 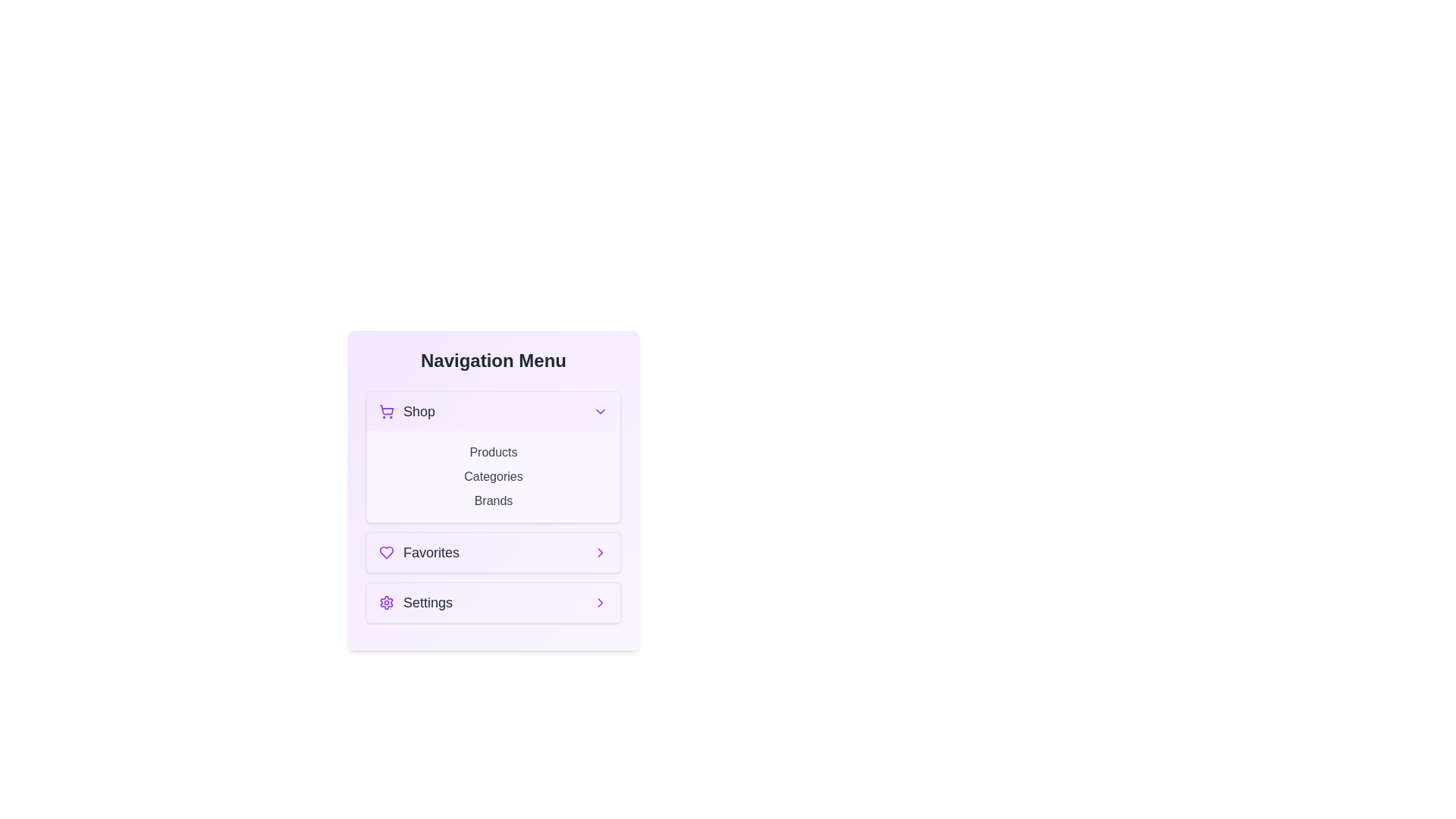 I want to click on the 'Shop' dropdown menu in the navigation menu, so click(x=494, y=456).